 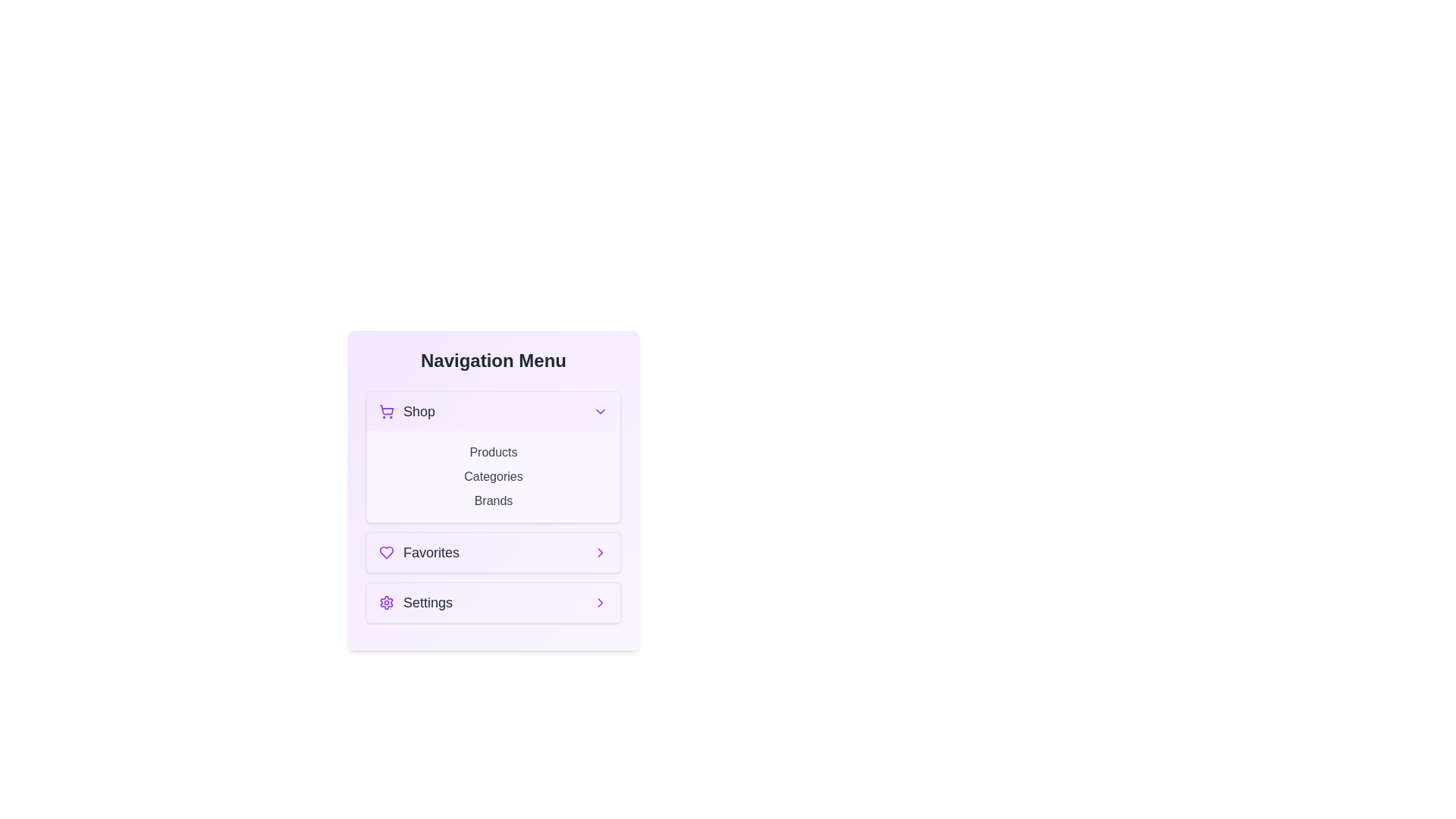 I want to click on the 'Shop' dropdown menu in the navigation menu, so click(x=494, y=456).